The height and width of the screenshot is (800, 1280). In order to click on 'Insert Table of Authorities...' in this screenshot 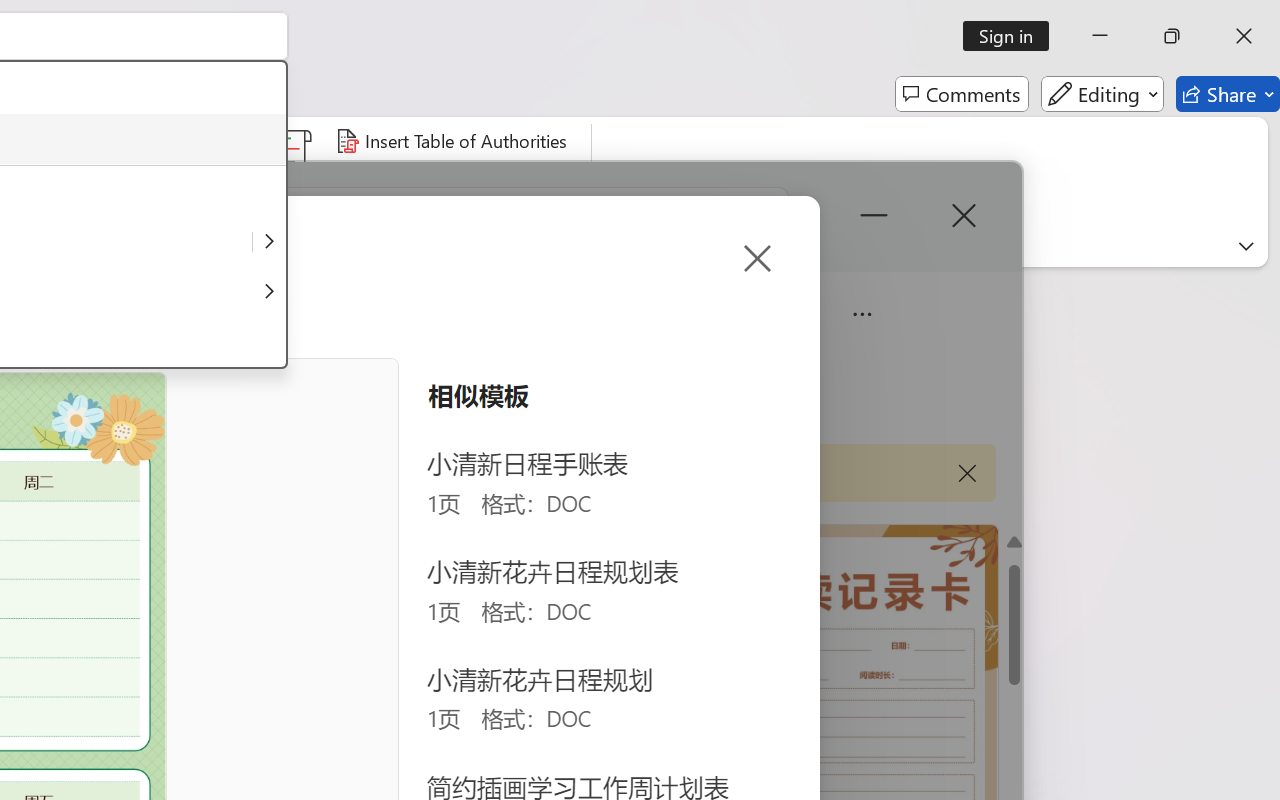, I will do `click(453, 141)`.